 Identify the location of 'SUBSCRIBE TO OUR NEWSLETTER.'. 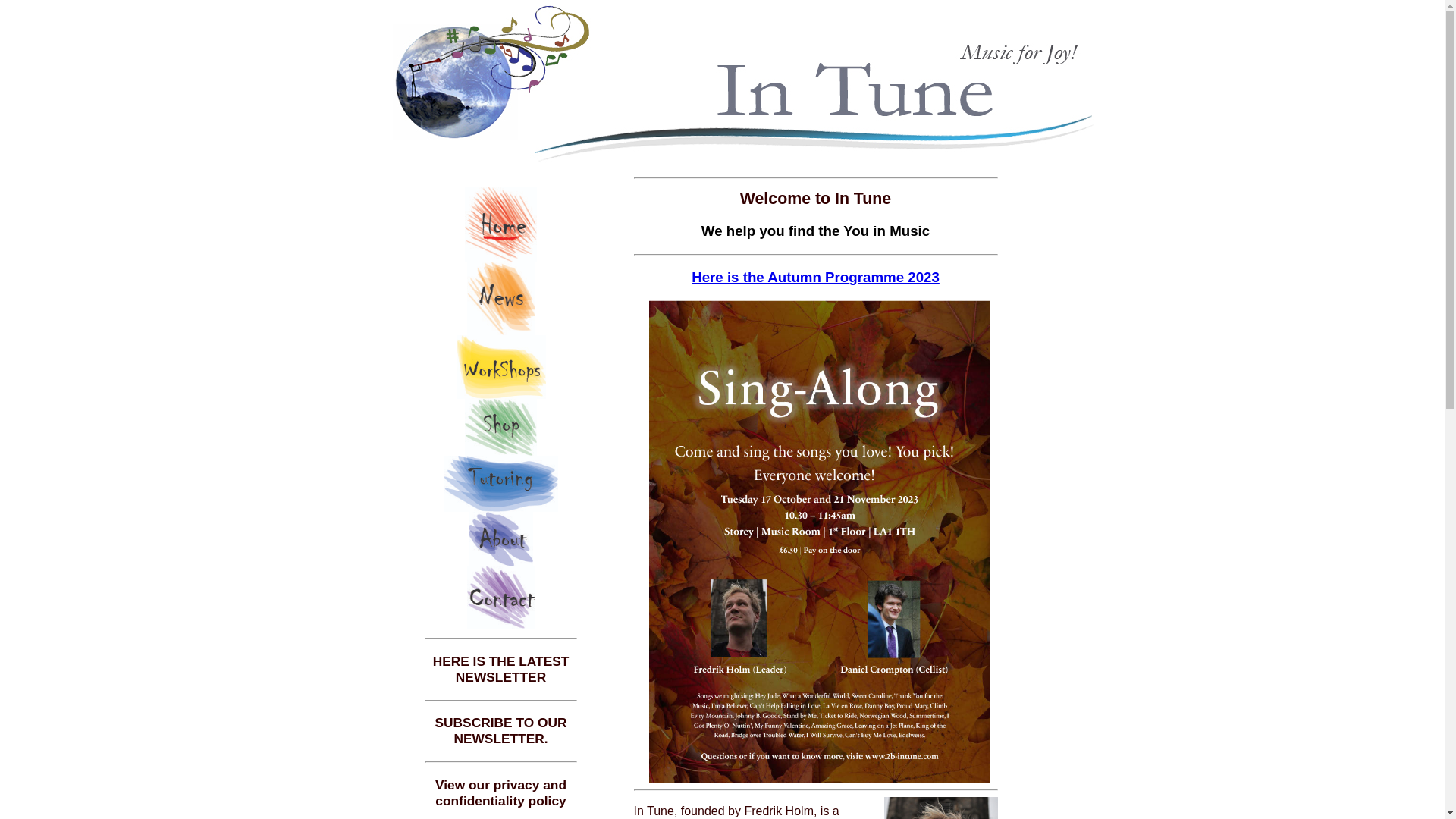
(501, 730).